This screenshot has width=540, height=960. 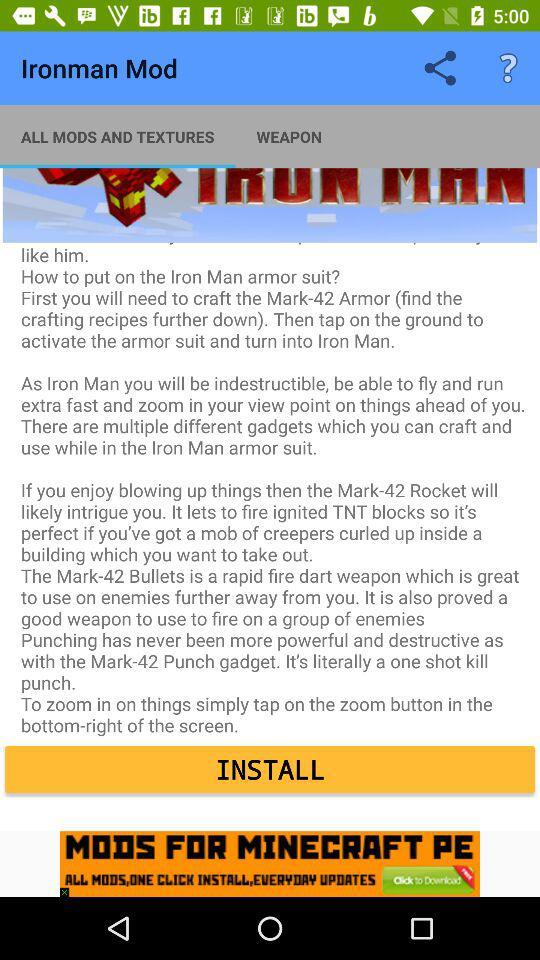 What do you see at coordinates (270, 863) in the screenshot?
I see `item below the install` at bounding box center [270, 863].